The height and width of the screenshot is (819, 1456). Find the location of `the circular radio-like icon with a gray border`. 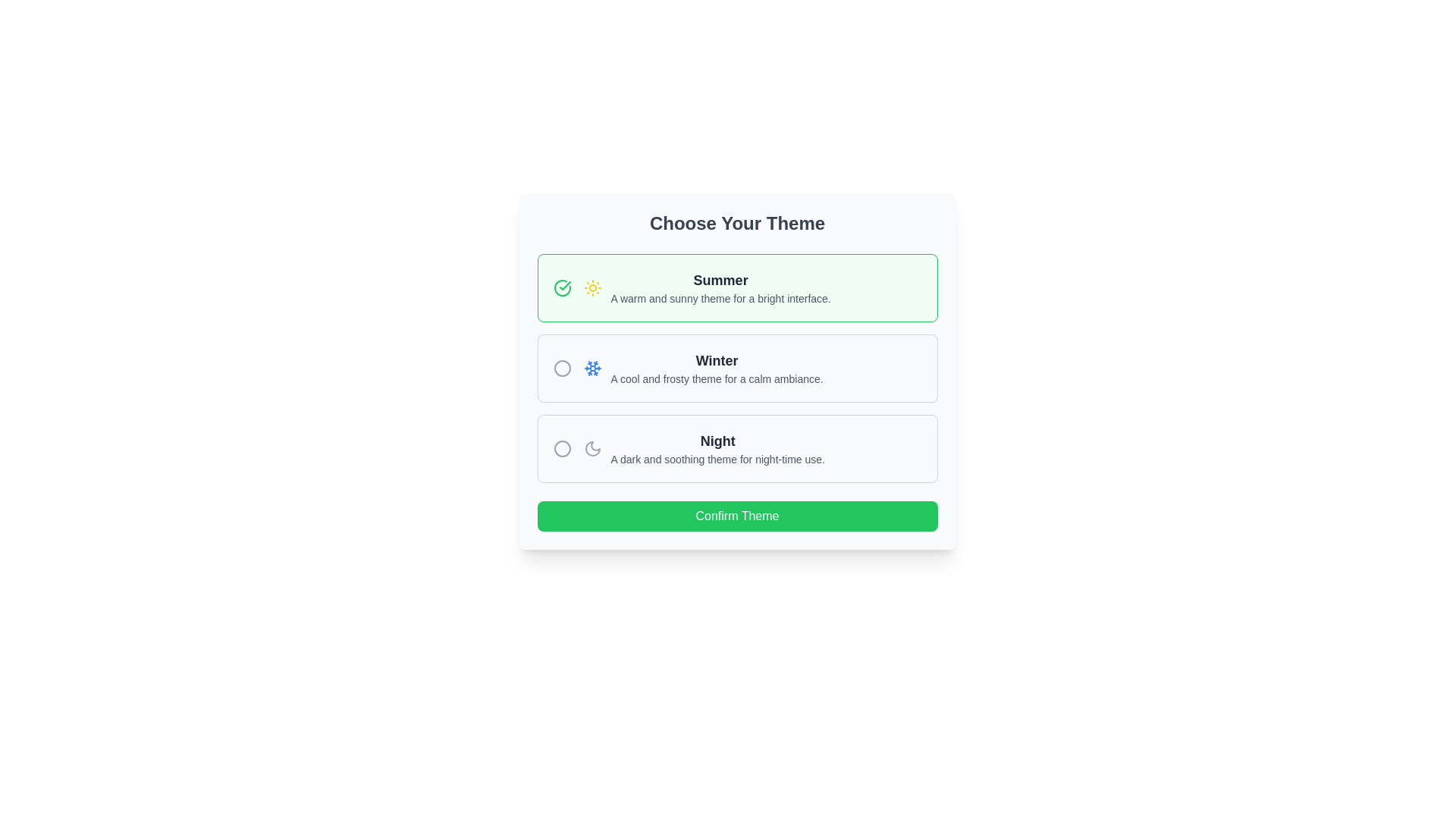

the circular radio-like icon with a gray border is located at coordinates (561, 369).